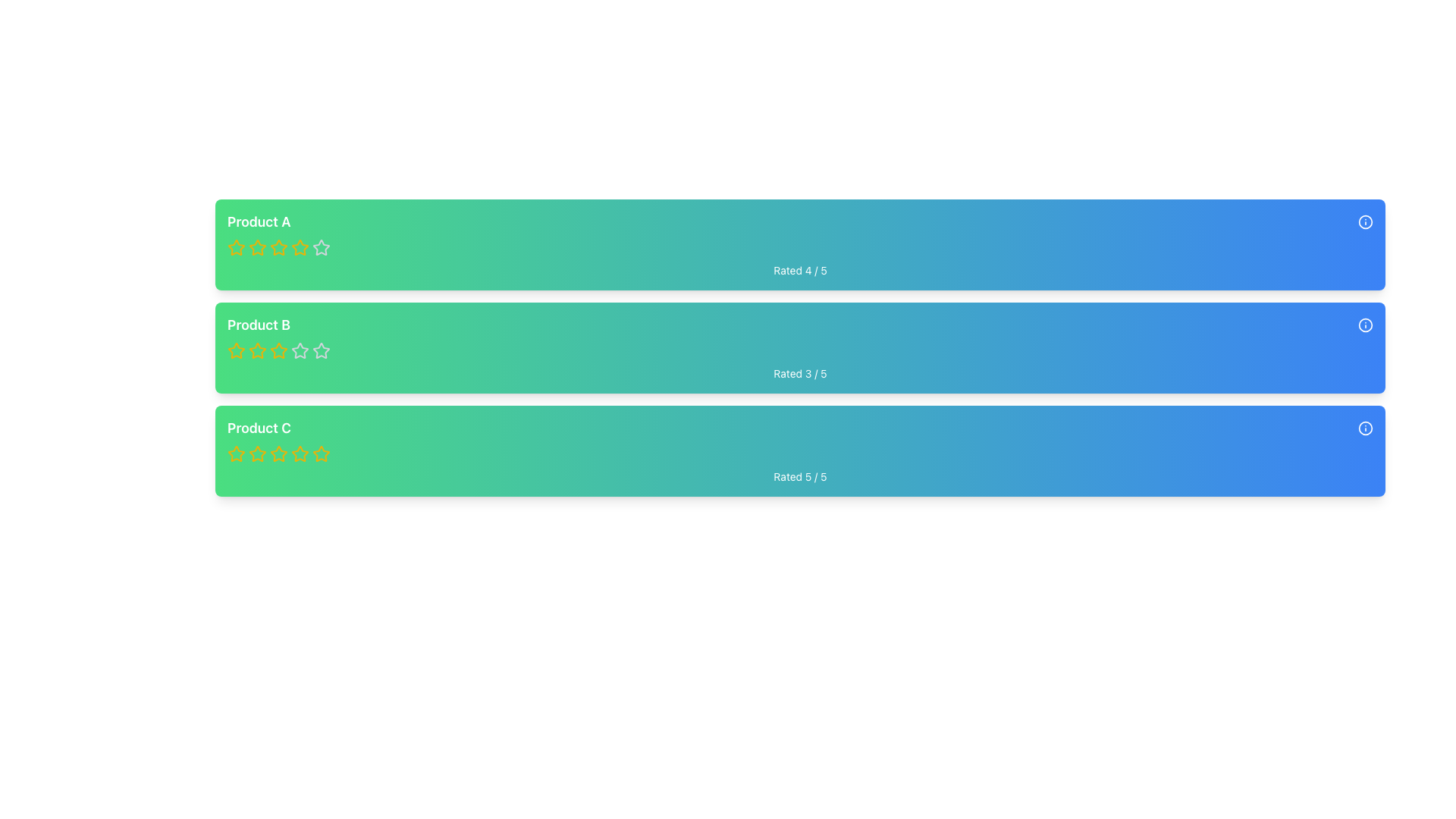  Describe the element at coordinates (300, 453) in the screenshot. I see `the sixth yellow outlined star icon in the horizontal group of rating stars below the 'Product C' label to trigger visual feedback` at that location.